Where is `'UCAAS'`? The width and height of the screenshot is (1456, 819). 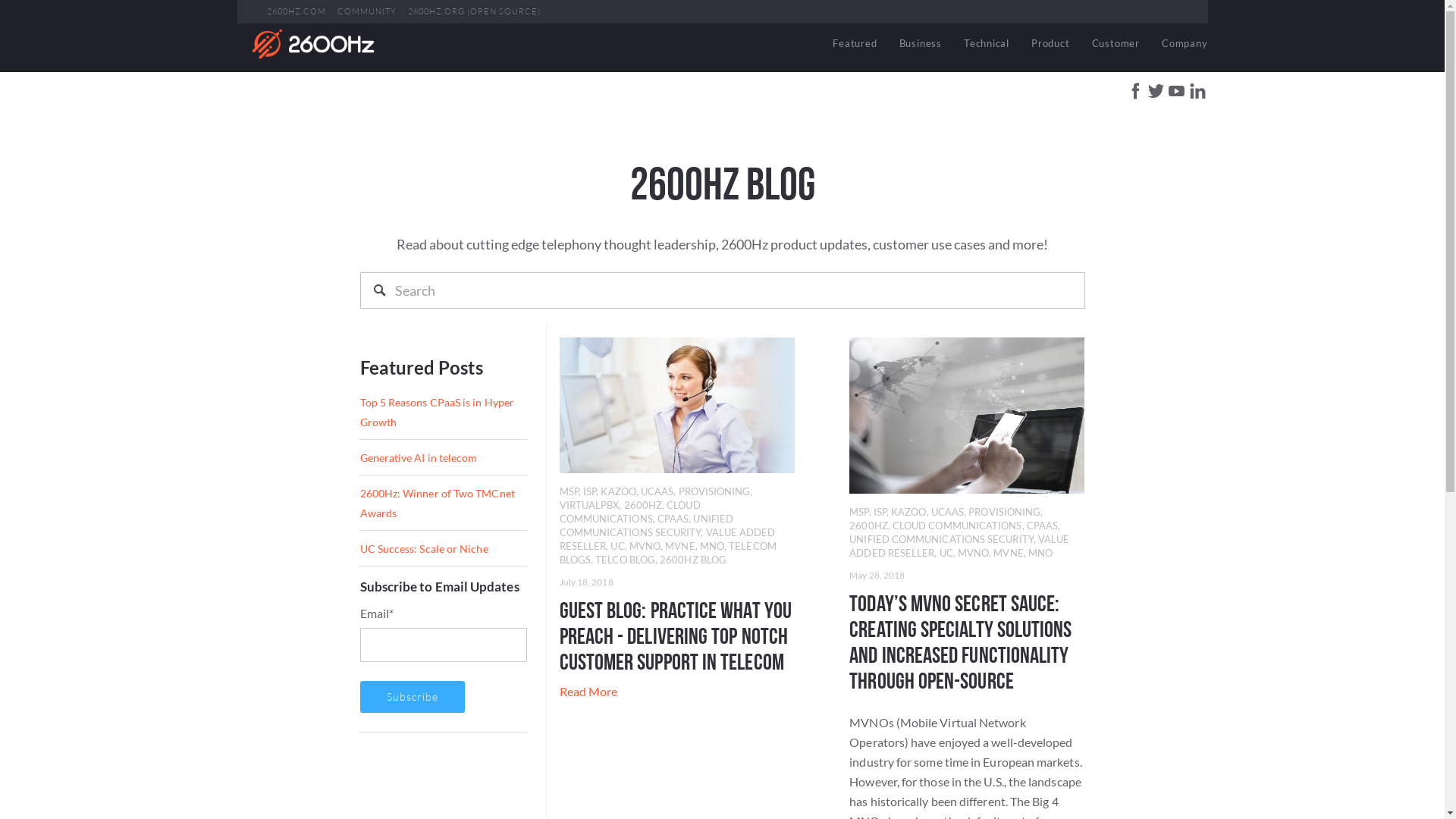 'UCAAS' is located at coordinates (930, 512).